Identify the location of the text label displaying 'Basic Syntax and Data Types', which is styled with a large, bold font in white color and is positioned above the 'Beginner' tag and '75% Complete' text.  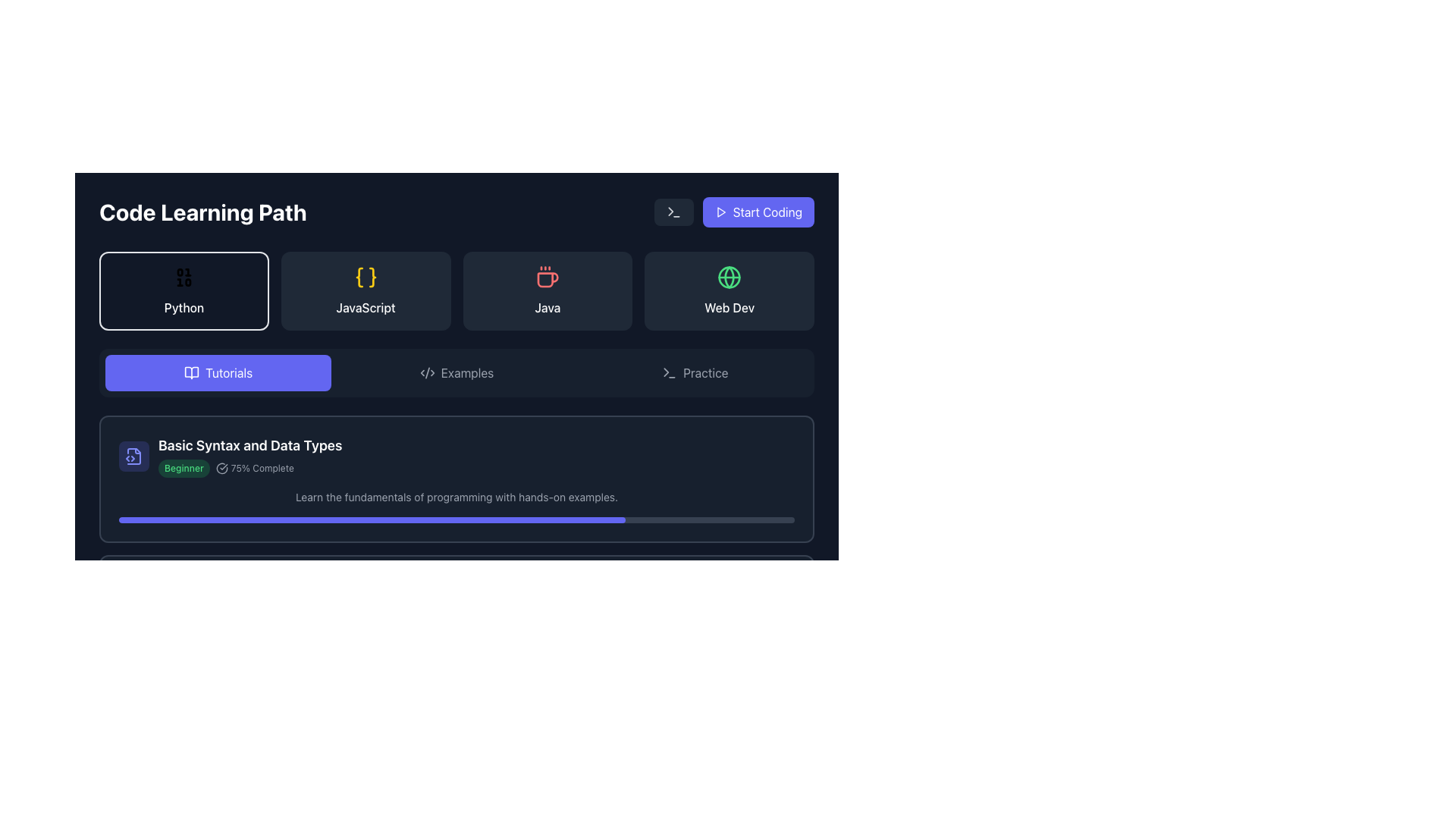
(250, 444).